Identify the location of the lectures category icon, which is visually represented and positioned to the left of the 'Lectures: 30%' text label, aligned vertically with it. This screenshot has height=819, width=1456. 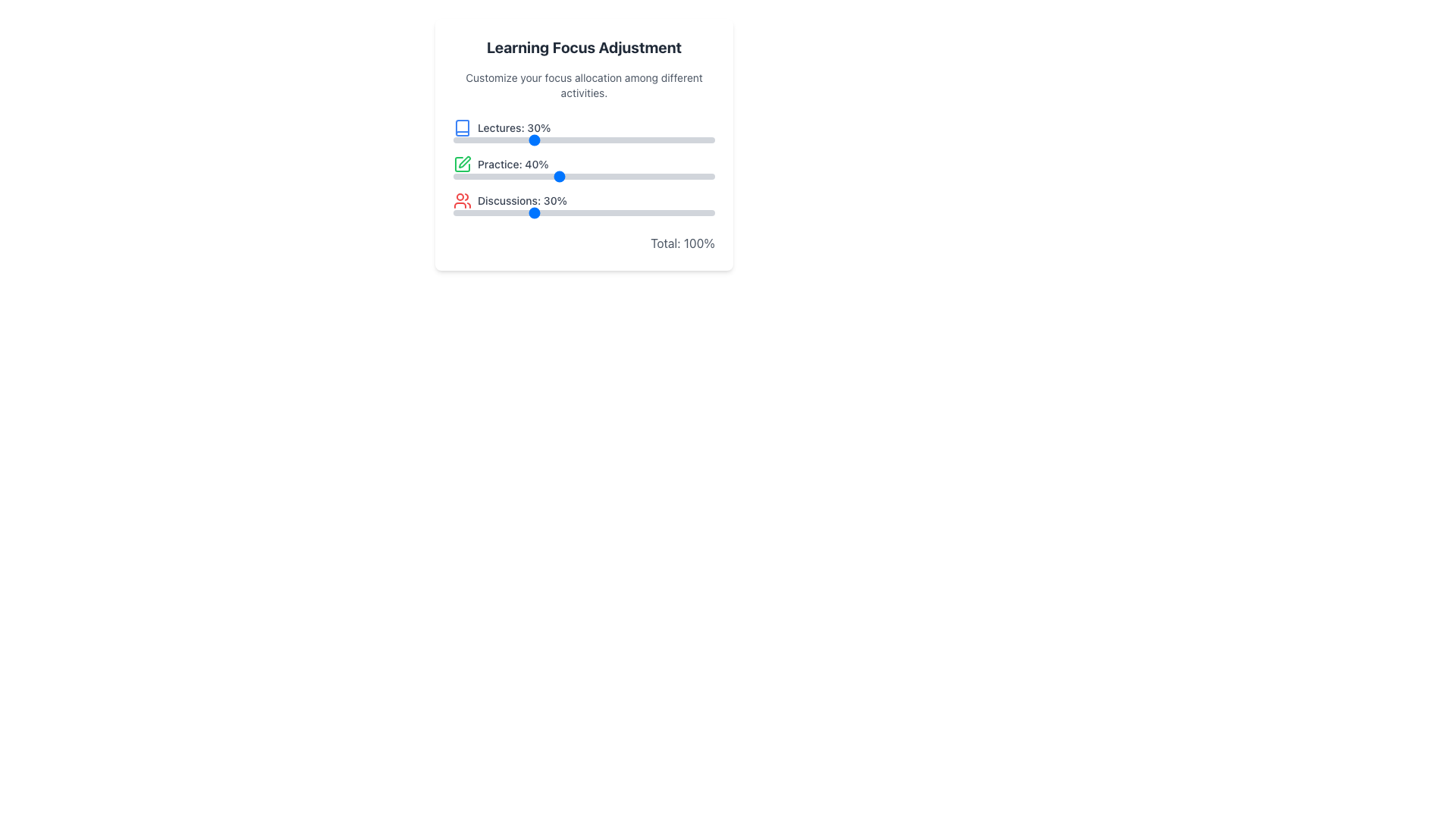
(461, 127).